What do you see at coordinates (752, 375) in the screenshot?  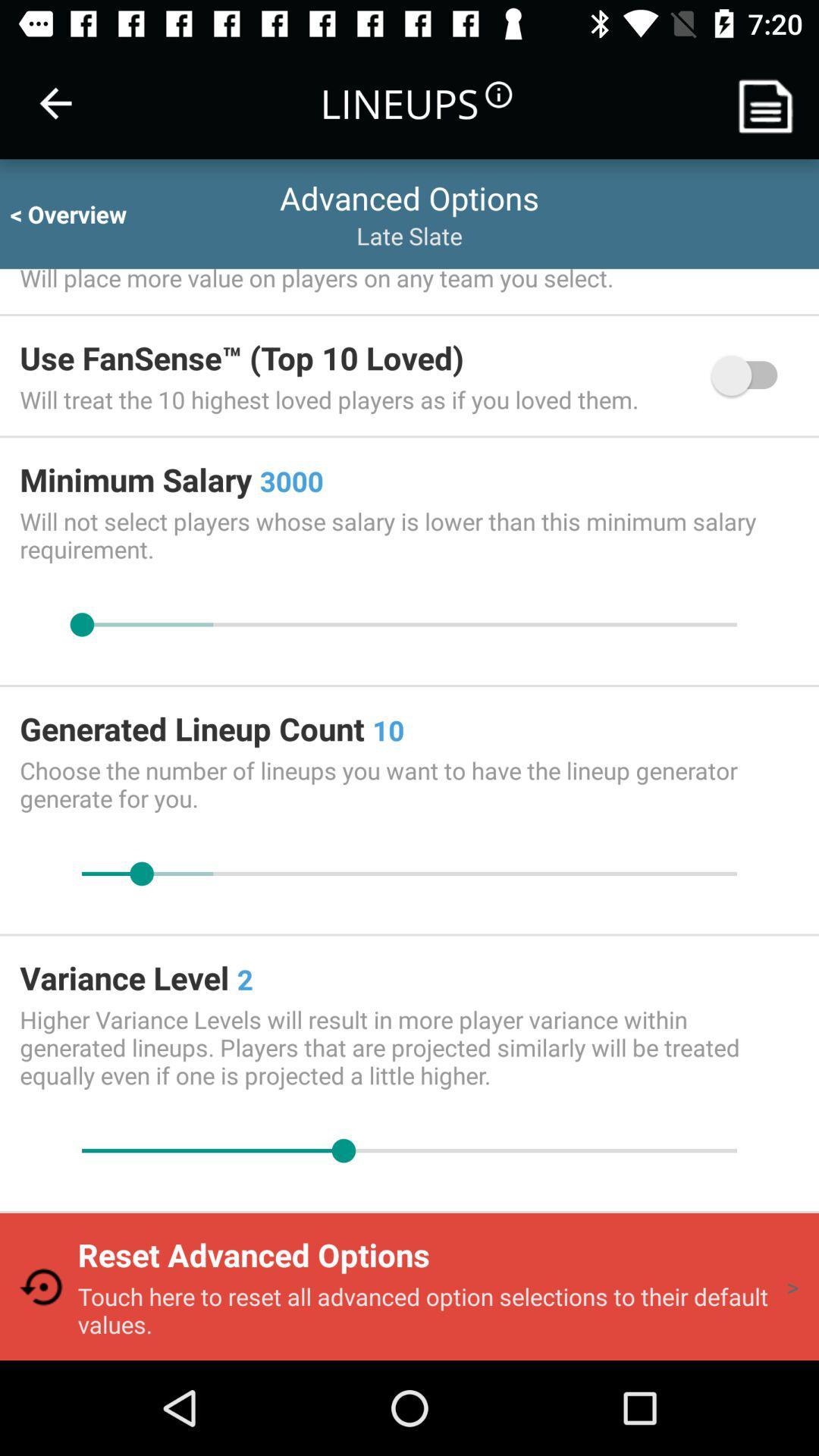 I see `item next to the will treat the icon` at bounding box center [752, 375].